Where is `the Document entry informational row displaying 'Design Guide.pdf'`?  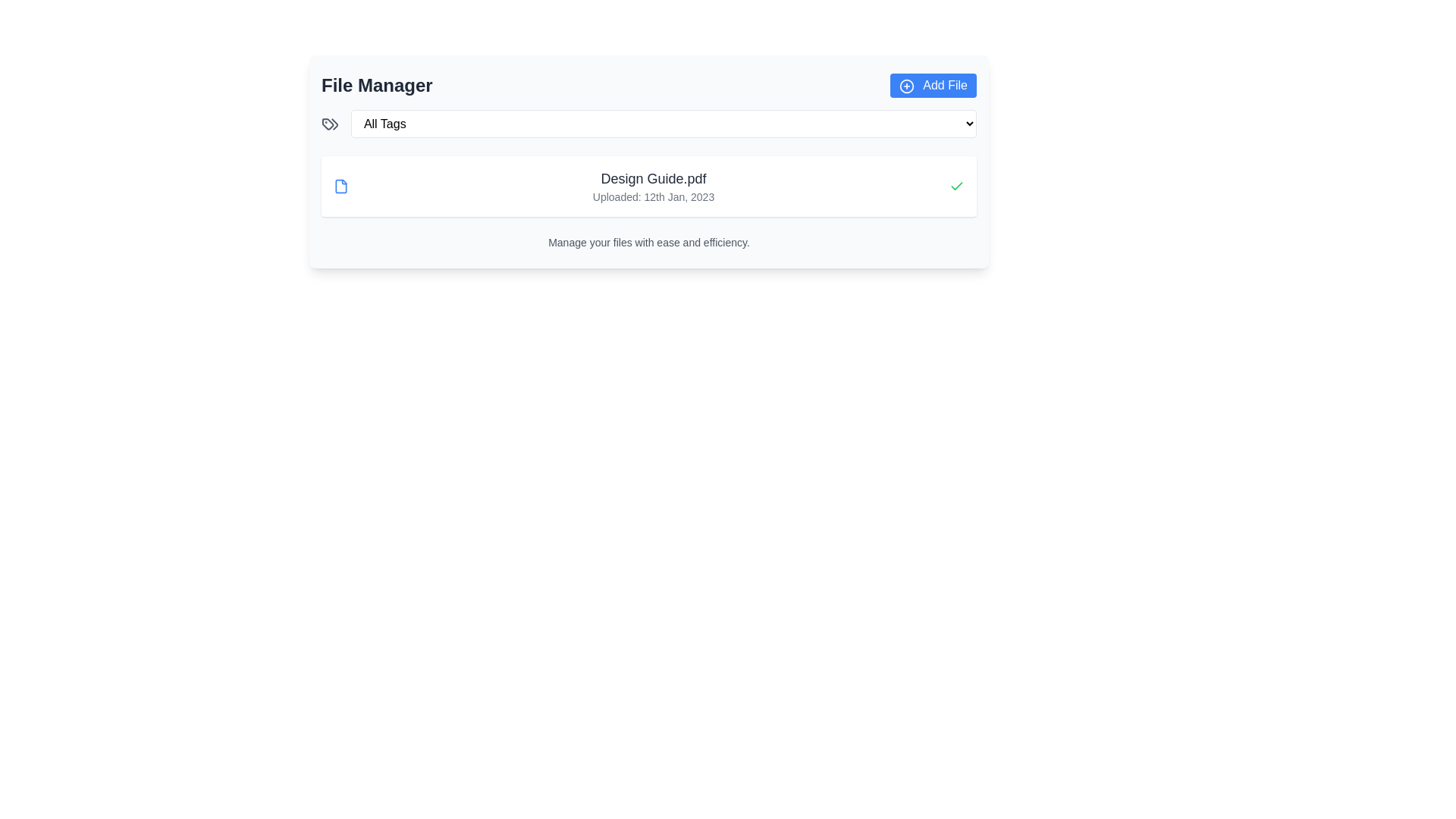 the Document entry informational row displaying 'Design Guide.pdf' is located at coordinates (648, 186).